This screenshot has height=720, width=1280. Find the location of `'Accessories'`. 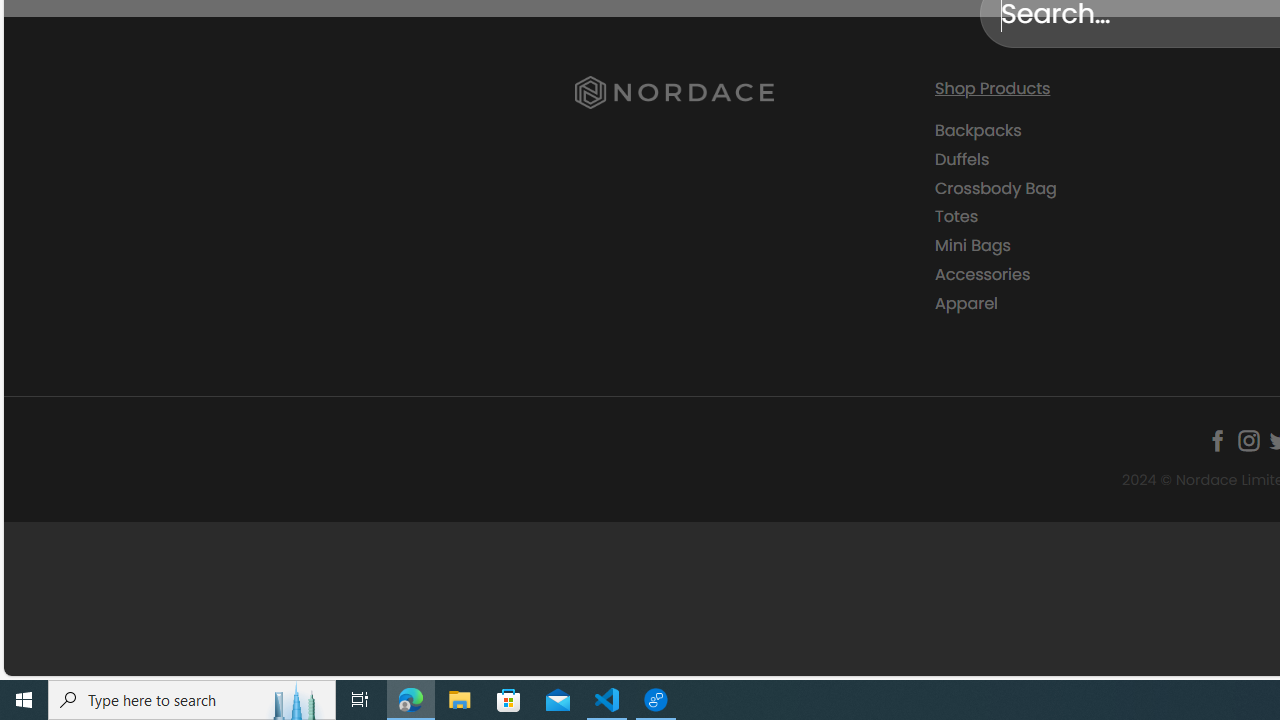

'Accessories' is located at coordinates (1098, 274).